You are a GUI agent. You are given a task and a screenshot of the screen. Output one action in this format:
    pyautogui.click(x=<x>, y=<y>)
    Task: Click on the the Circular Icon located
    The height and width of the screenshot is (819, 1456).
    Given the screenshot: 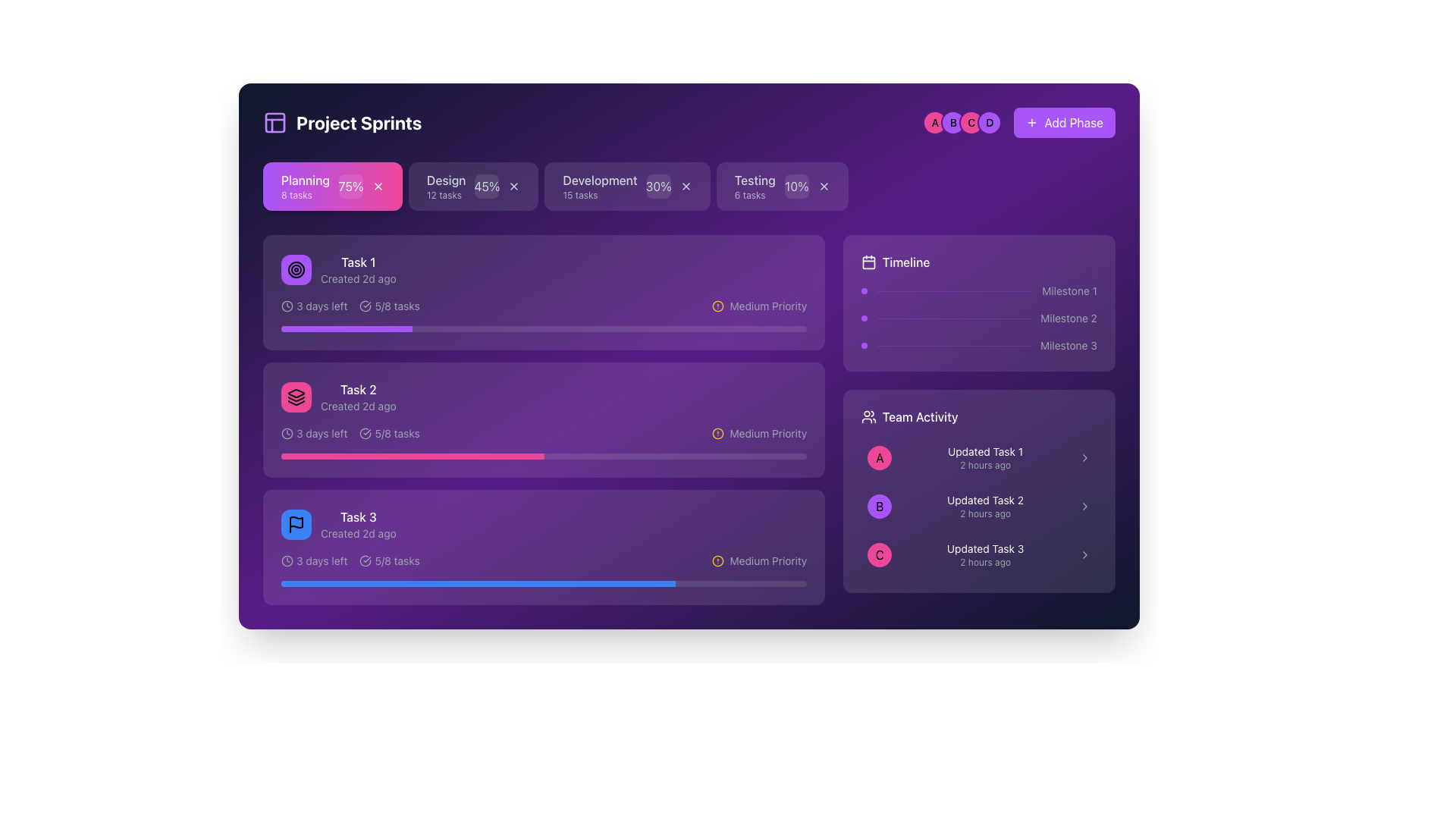 What is the action you would take?
    pyautogui.click(x=880, y=555)
    